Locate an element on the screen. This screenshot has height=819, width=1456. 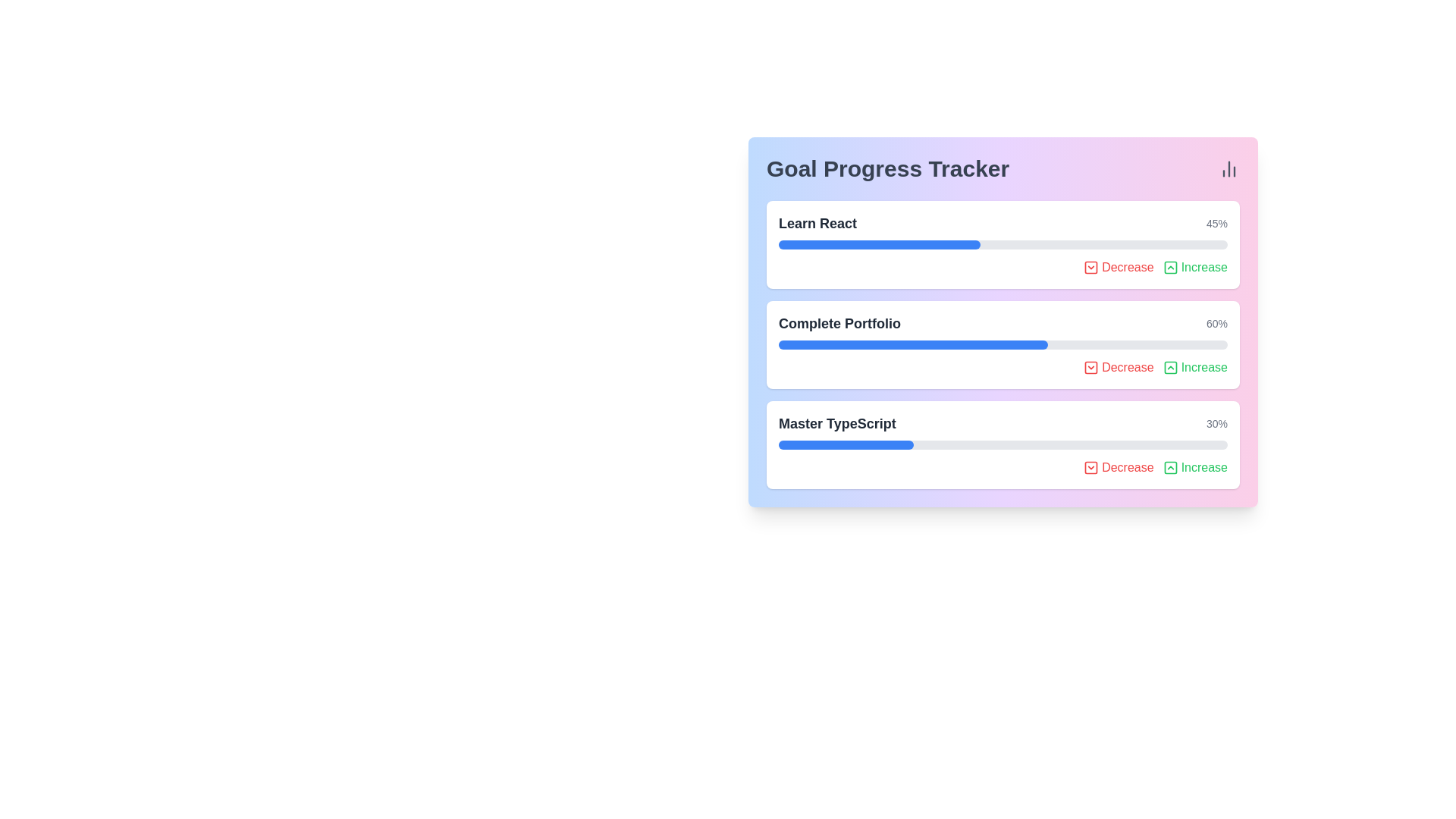
the 'Decrease' icon located within the 'Decrease' button of the third goal entry ('Master TypeScript') is located at coordinates (1090, 467).